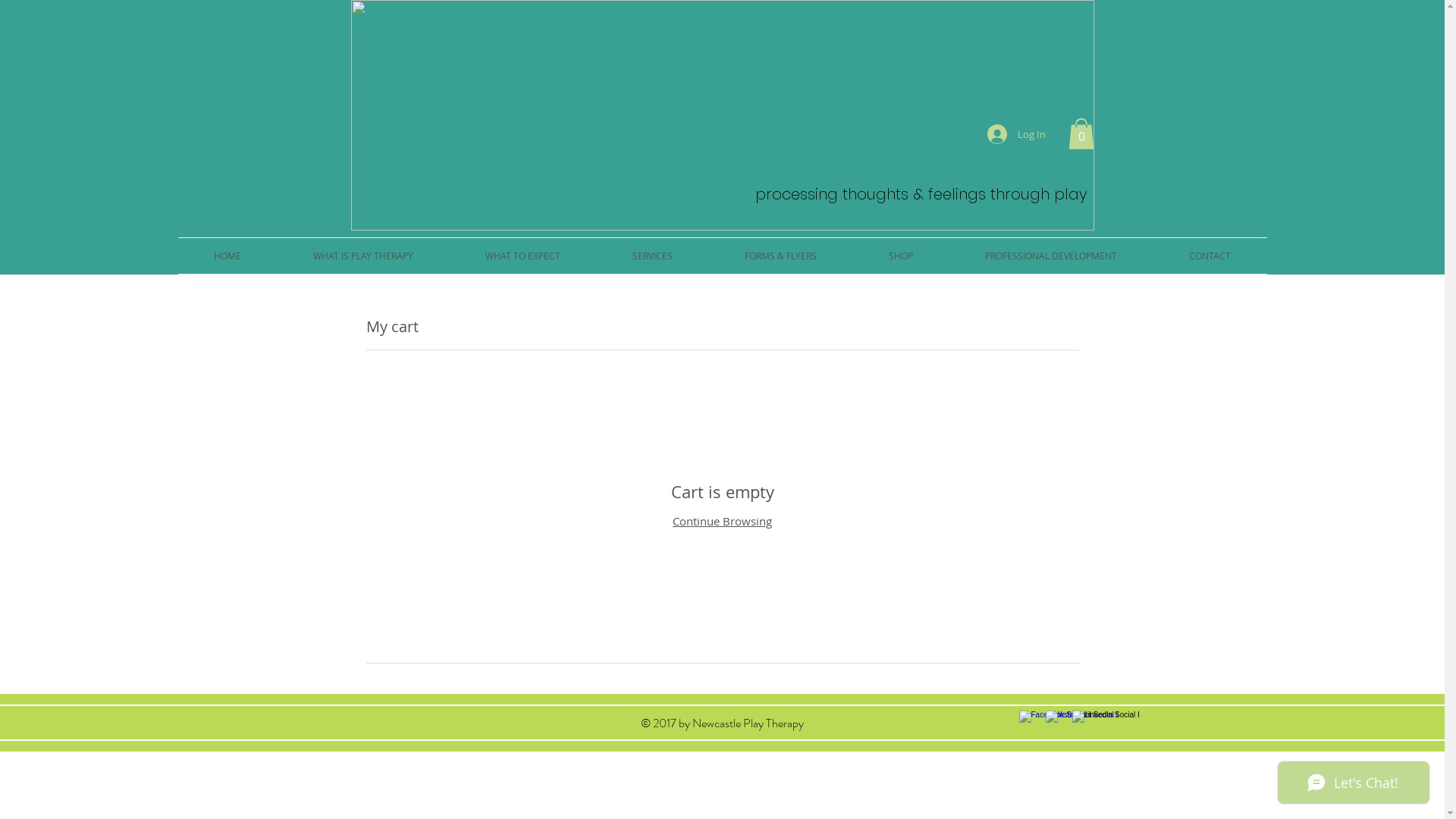 The width and height of the screenshot is (1456, 819). What do you see at coordinates (852, 255) in the screenshot?
I see `'SHOP'` at bounding box center [852, 255].